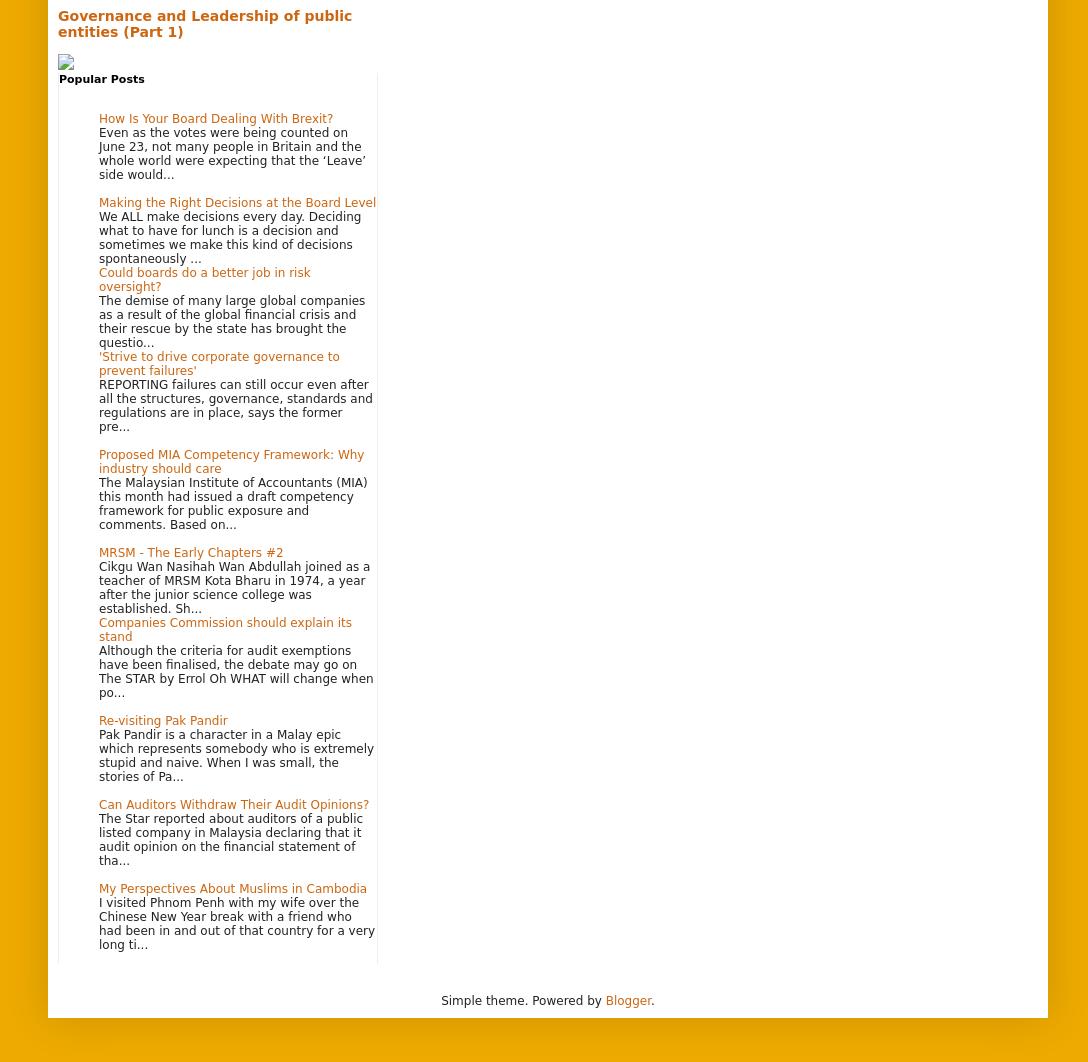  What do you see at coordinates (233, 803) in the screenshot?
I see `'Can Auditors Withdraw Their Audit Opinions?'` at bounding box center [233, 803].